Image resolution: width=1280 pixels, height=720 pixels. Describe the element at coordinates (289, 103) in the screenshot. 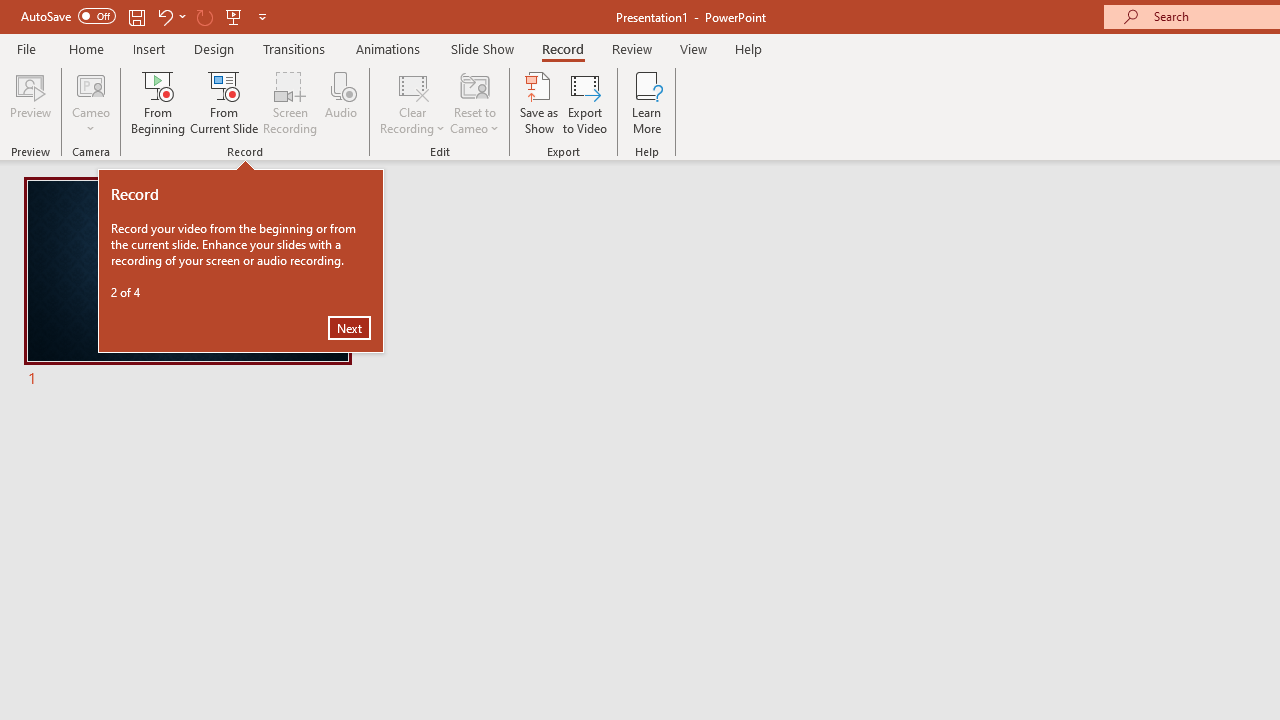

I see `'Screen Recording'` at that location.